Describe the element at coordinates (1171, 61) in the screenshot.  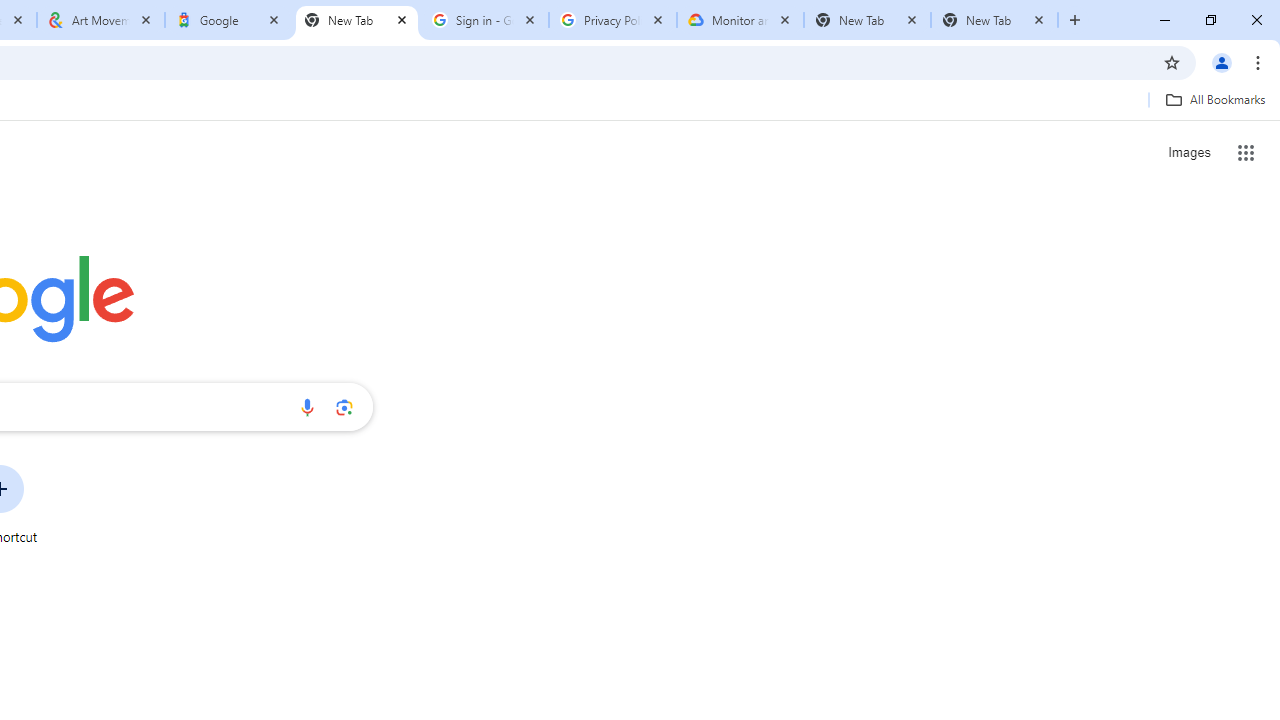
I see `'Bookmark this tab'` at that location.